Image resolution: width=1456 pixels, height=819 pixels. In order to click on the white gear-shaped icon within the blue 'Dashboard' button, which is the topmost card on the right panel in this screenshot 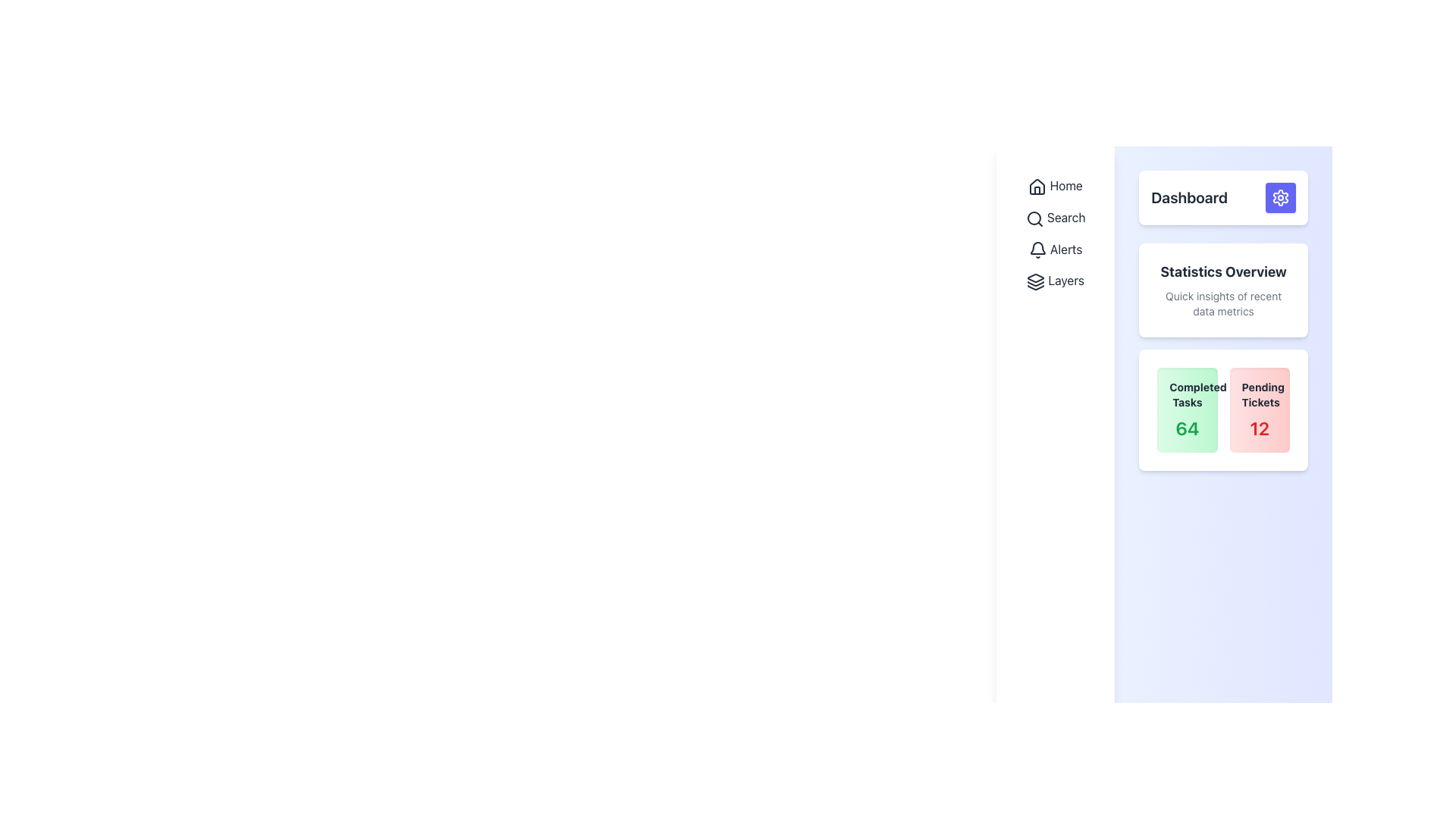, I will do `click(1280, 197)`.